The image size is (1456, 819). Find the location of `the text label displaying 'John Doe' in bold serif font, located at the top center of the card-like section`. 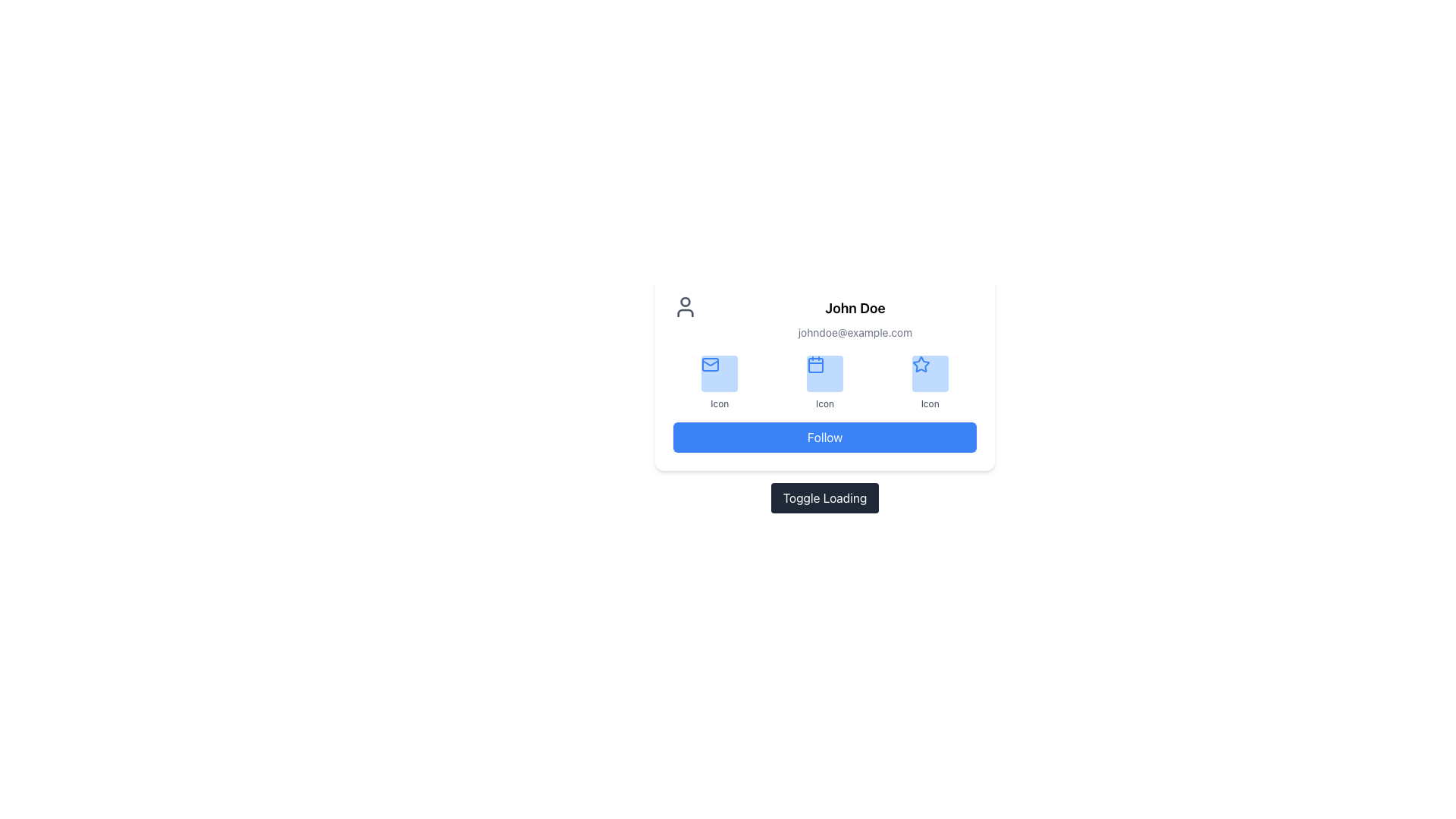

the text label displaying 'John Doe' in bold serif font, located at the top center of the card-like section is located at coordinates (855, 308).